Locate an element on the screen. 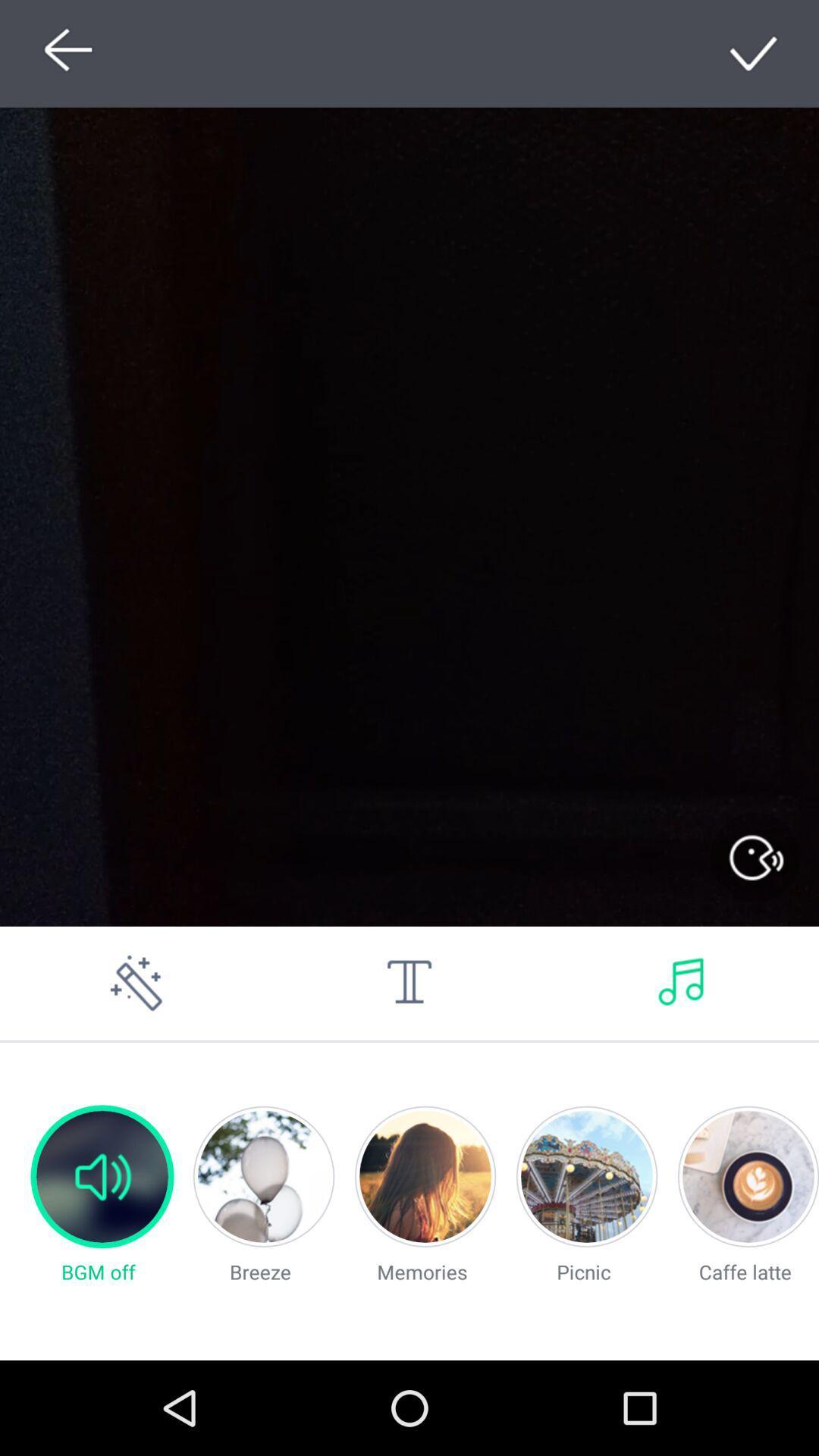  edit option is located at coordinates (136, 983).